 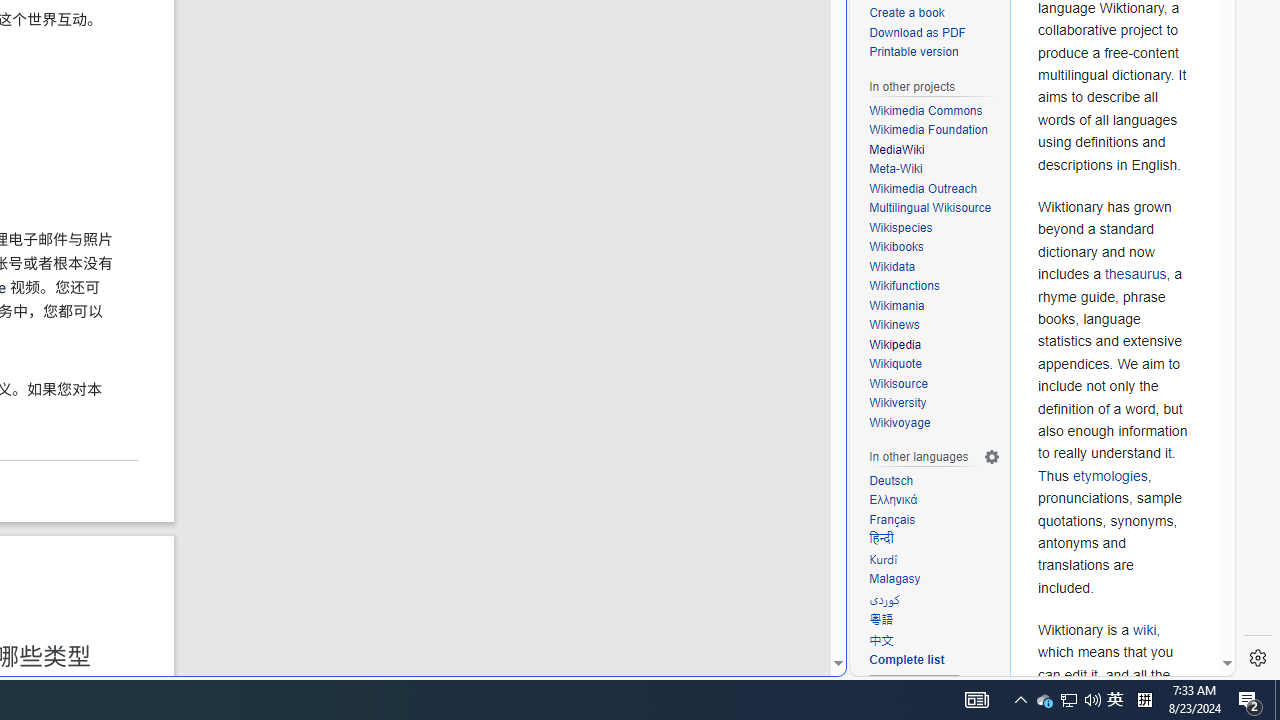 What do you see at coordinates (934, 422) in the screenshot?
I see `'Wikivoyage'` at bounding box center [934, 422].